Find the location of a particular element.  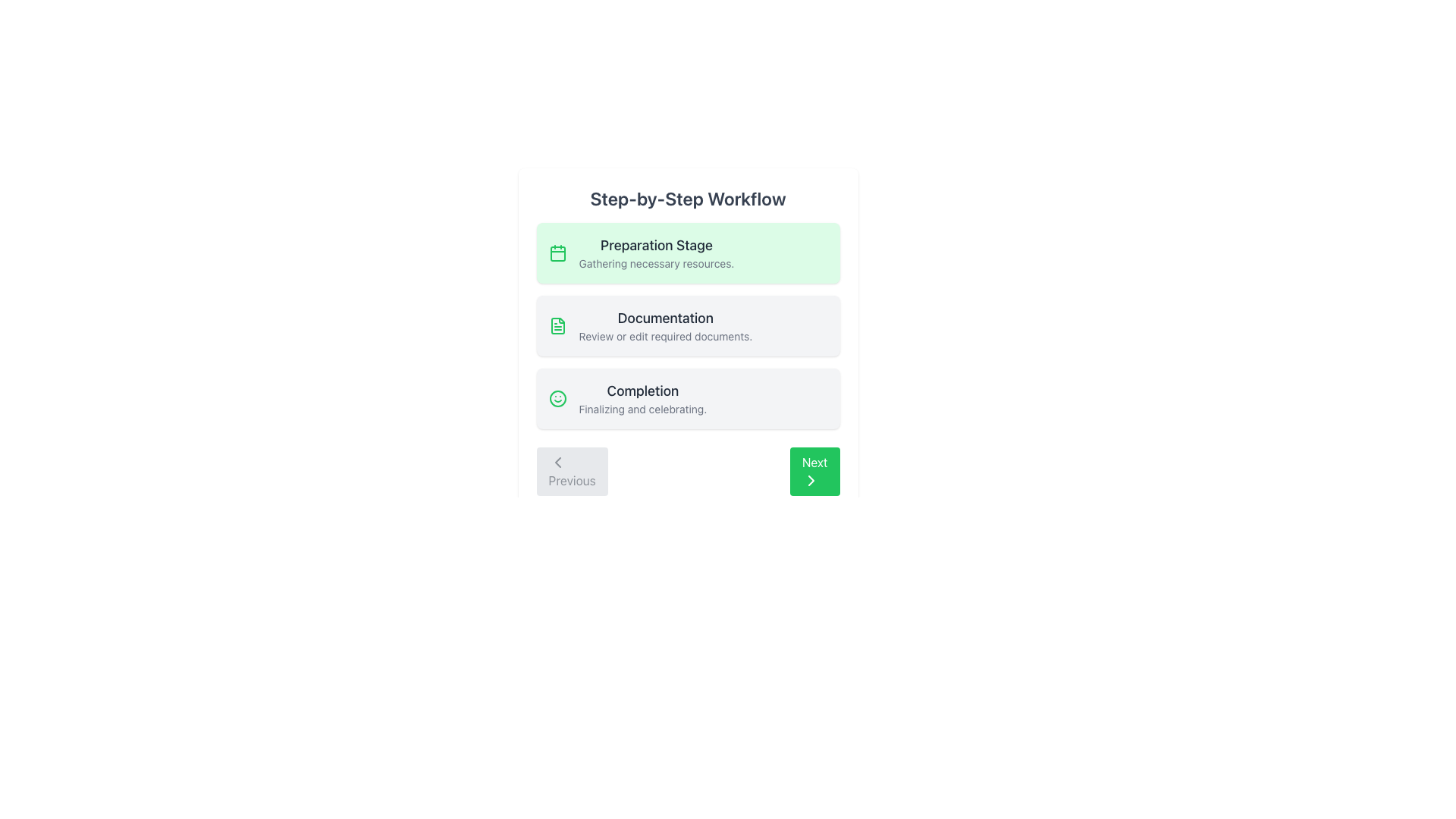

the text element displaying 'Finalizing and celebrating.' which is positioned beneath the bold heading 'Completion' in the workflow interface is located at coordinates (642, 409).